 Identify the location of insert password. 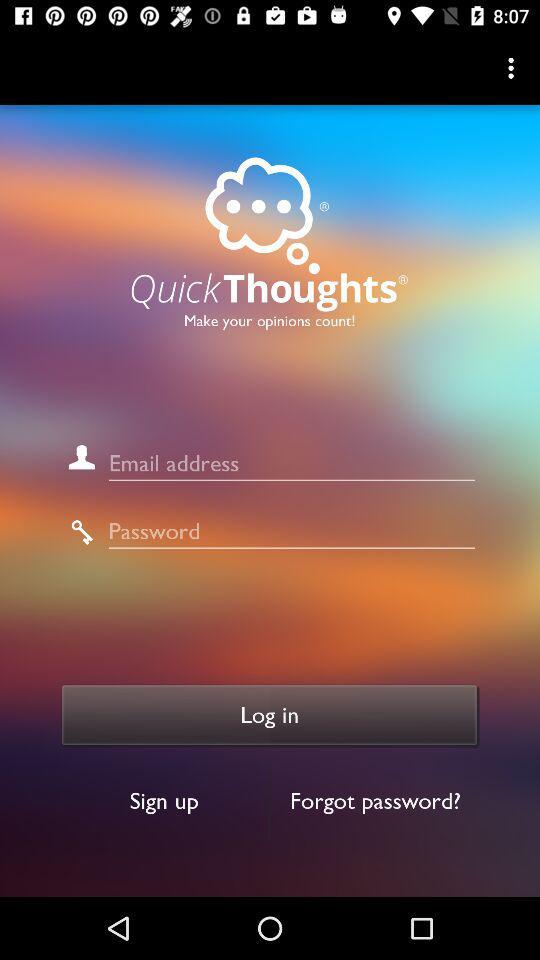
(290, 530).